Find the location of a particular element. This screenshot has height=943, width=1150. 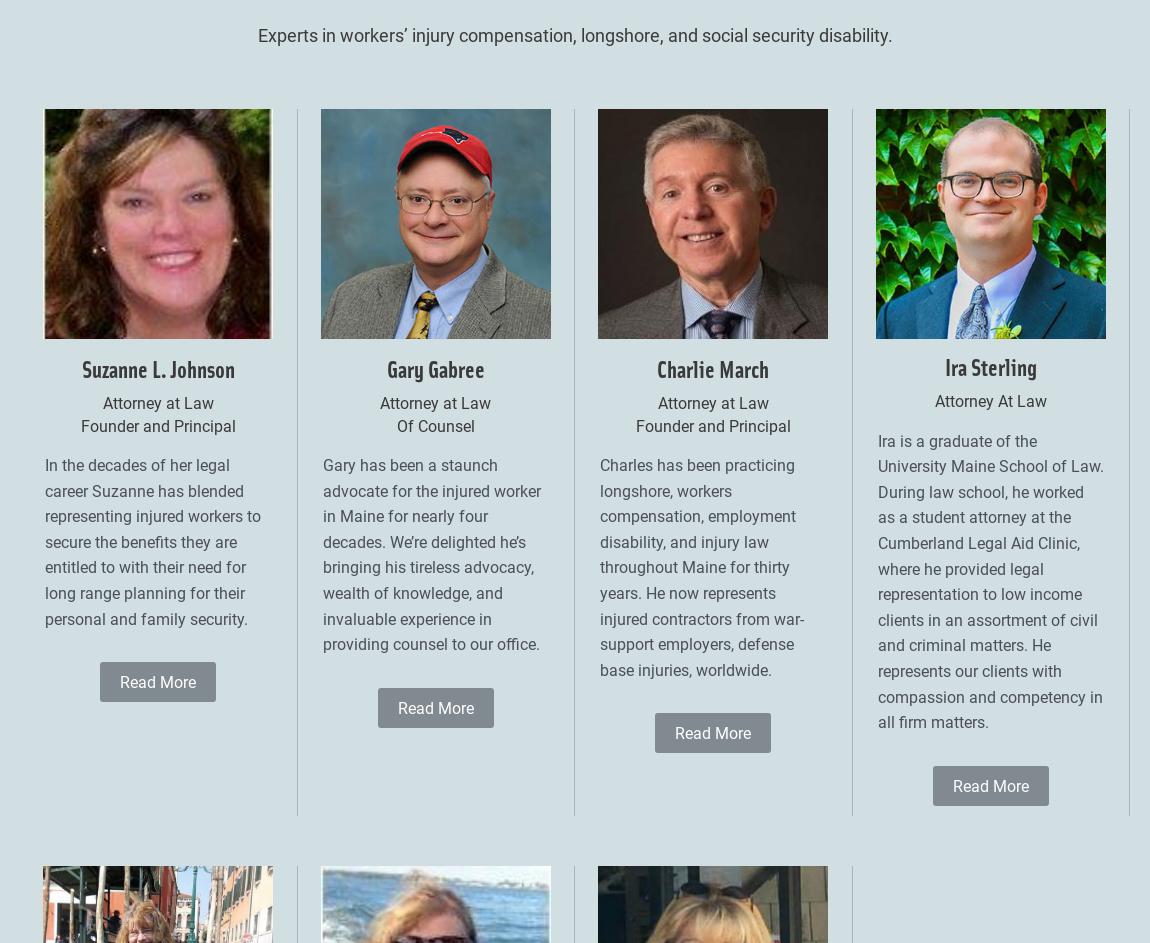

'Gary Gabree' is located at coordinates (386, 367).